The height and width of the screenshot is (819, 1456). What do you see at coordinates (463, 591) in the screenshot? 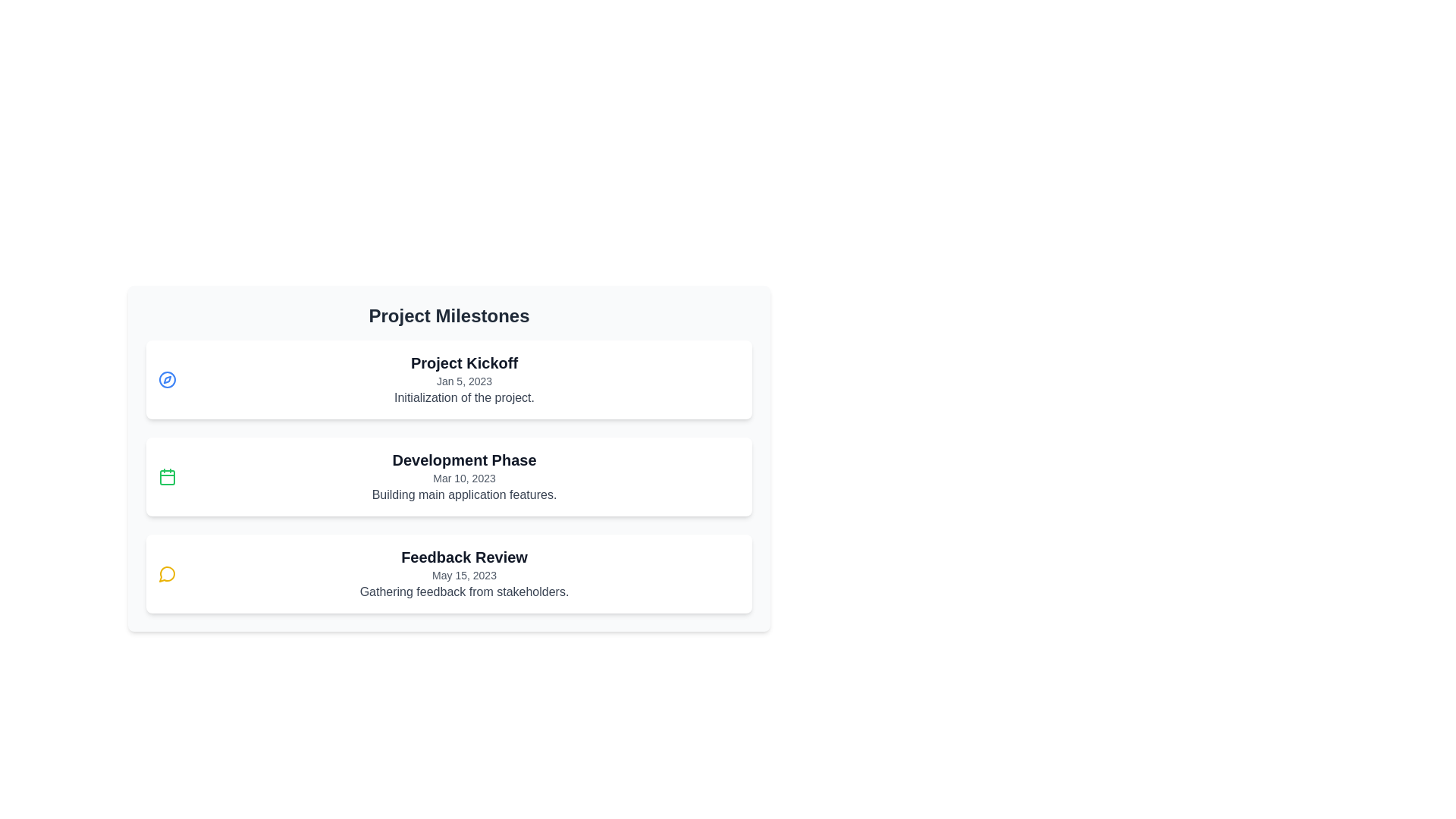
I see `the static text providing additional details about the 'Feedback Review' milestone located under the 'Feedback Review' title and the date ('May 15, 2023')` at bounding box center [463, 591].